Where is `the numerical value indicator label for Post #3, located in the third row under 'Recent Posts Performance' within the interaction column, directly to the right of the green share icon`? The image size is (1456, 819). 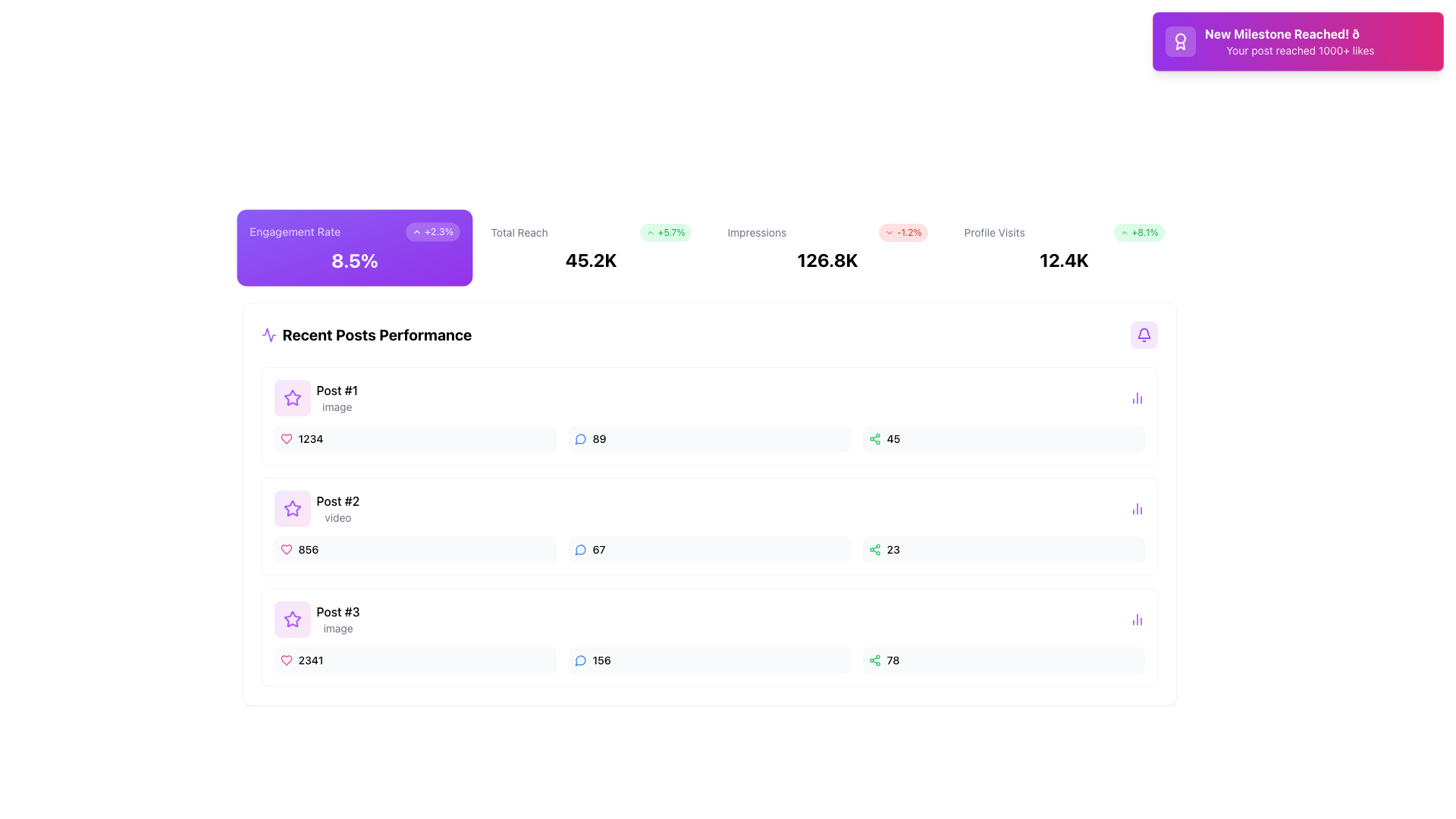 the numerical value indicator label for Post #3, located in the third row under 'Recent Posts Performance' within the interaction column, directly to the right of the green share icon is located at coordinates (893, 660).